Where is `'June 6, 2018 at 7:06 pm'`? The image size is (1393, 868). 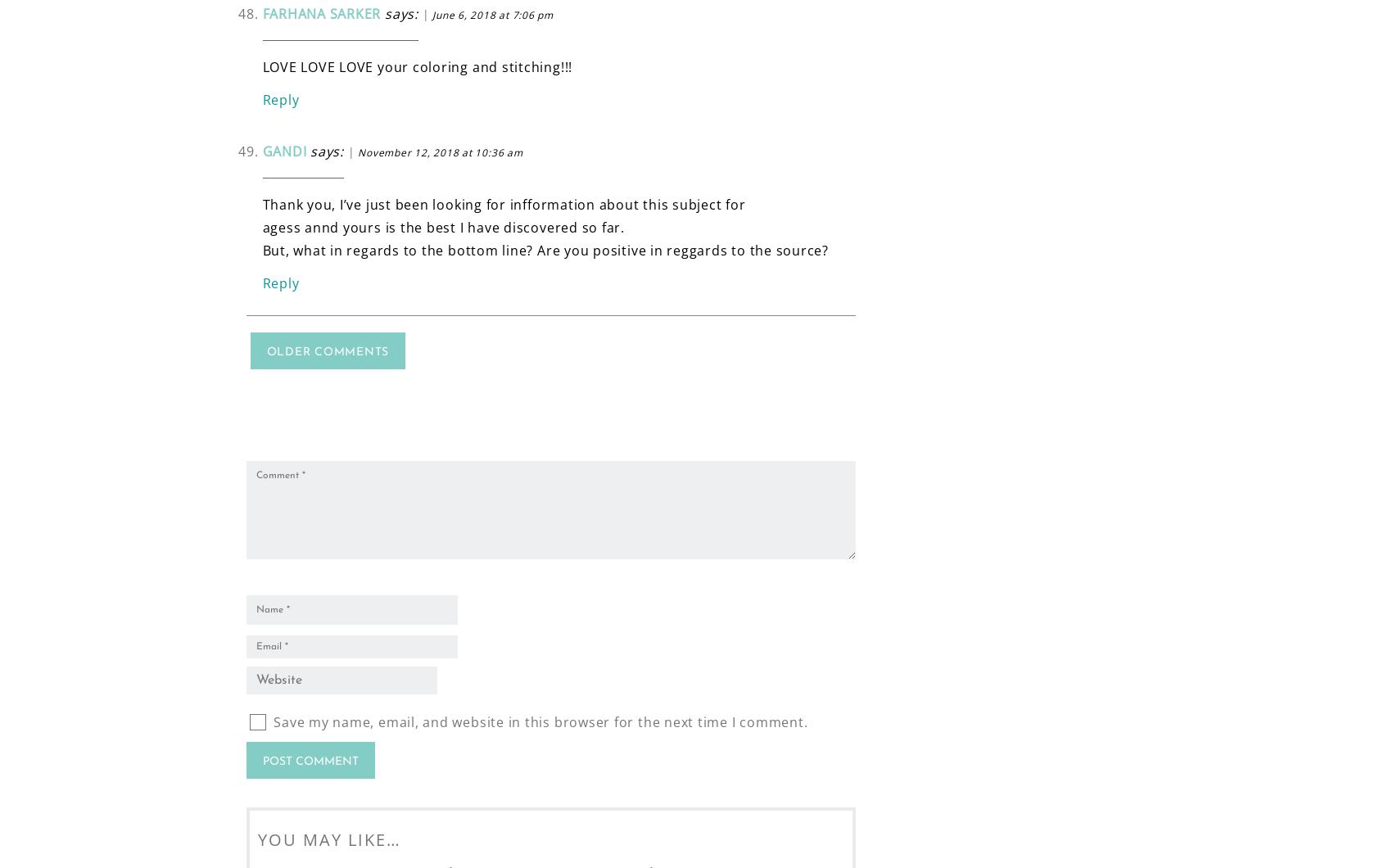 'June 6, 2018 at 7:06 pm' is located at coordinates (492, 14).